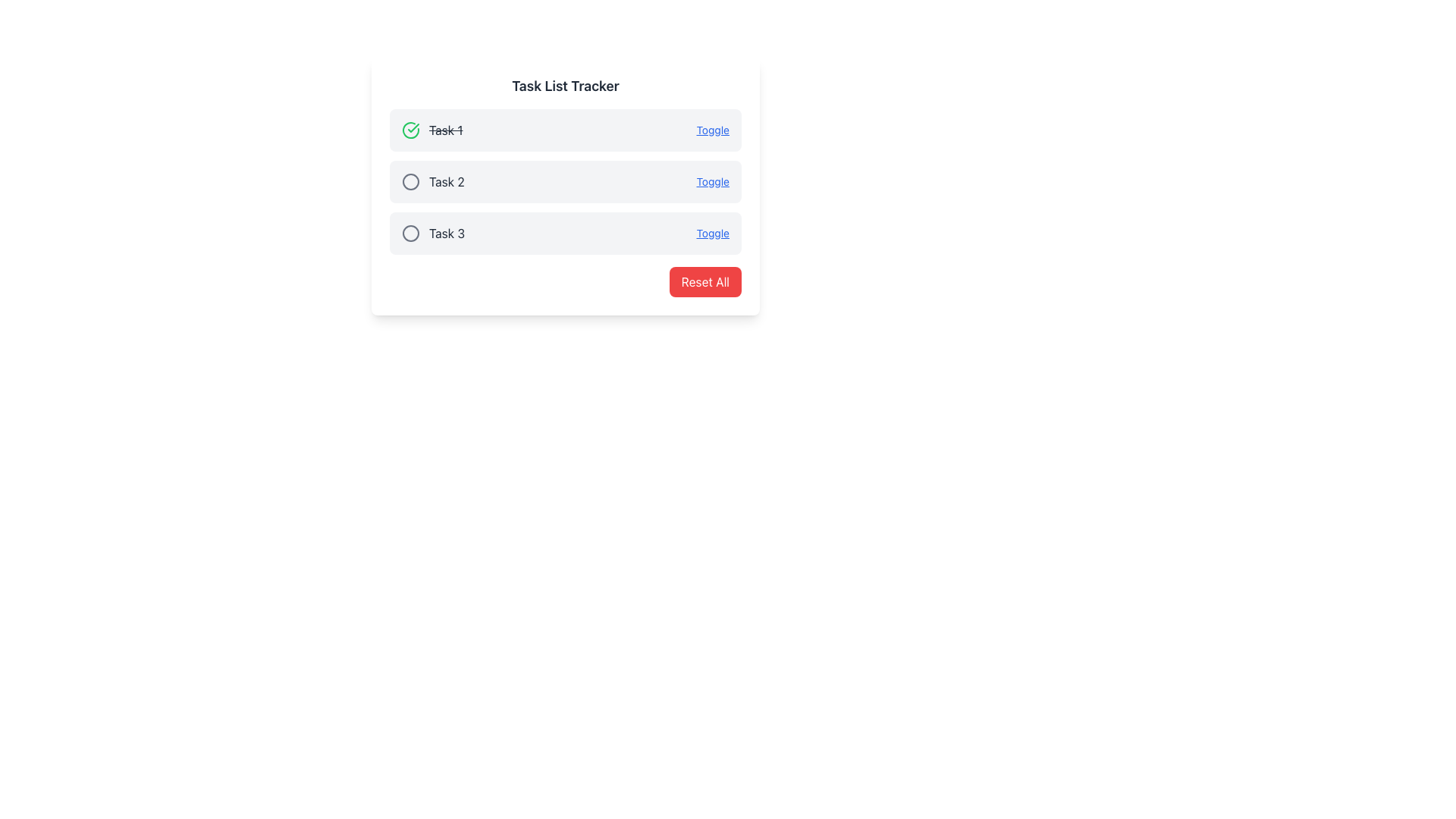 This screenshot has width=1456, height=819. What do you see at coordinates (411, 130) in the screenshot?
I see `the visual indicator icon that denotes 'Task 1' is completed, located at the beginning of the 'Task 1' line` at bounding box center [411, 130].